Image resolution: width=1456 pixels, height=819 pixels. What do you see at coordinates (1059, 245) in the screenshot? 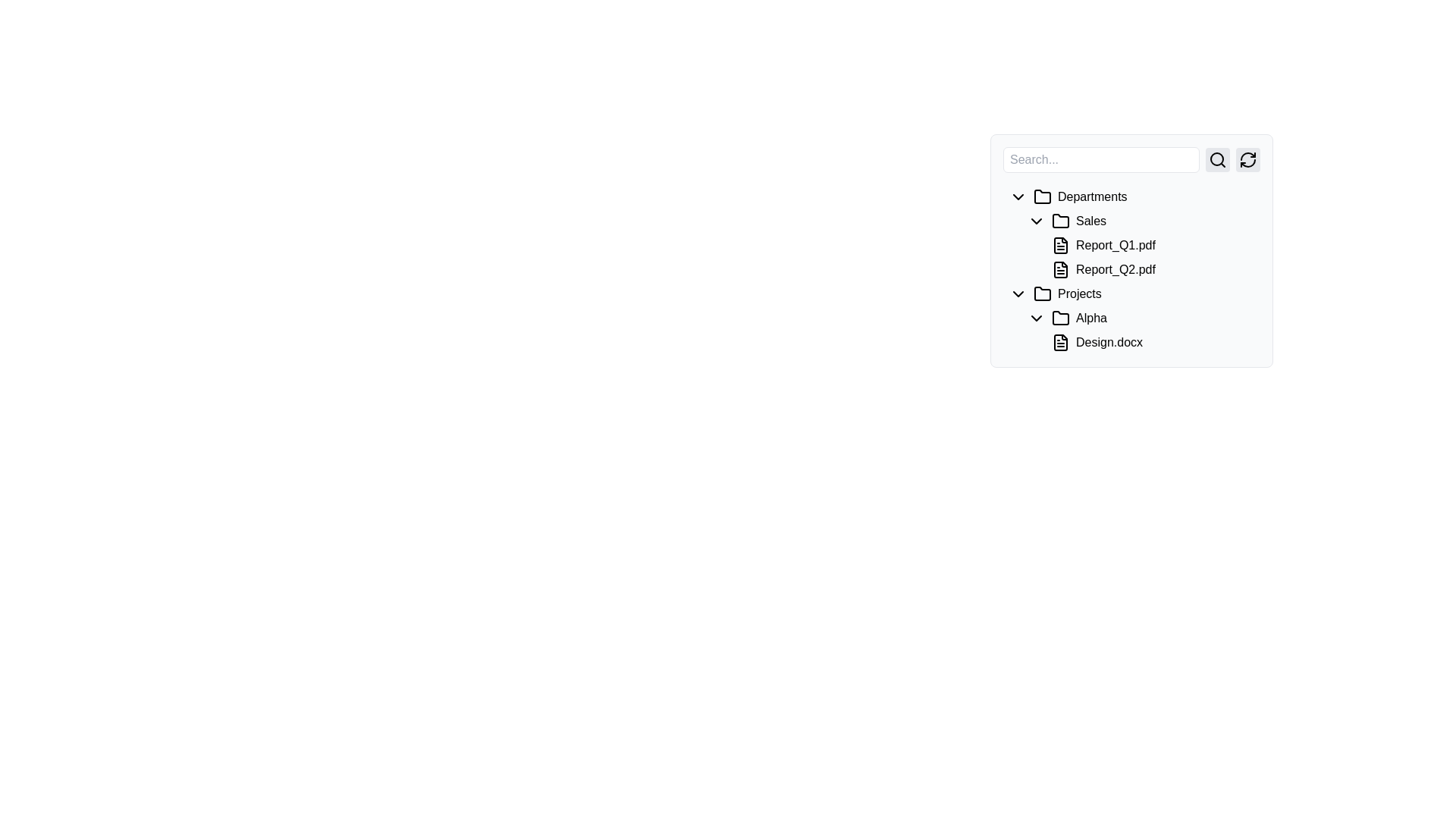
I see `the SVG icon resembling a file document located next to the label 'Report_Q1.pdf'` at bounding box center [1059, 245].